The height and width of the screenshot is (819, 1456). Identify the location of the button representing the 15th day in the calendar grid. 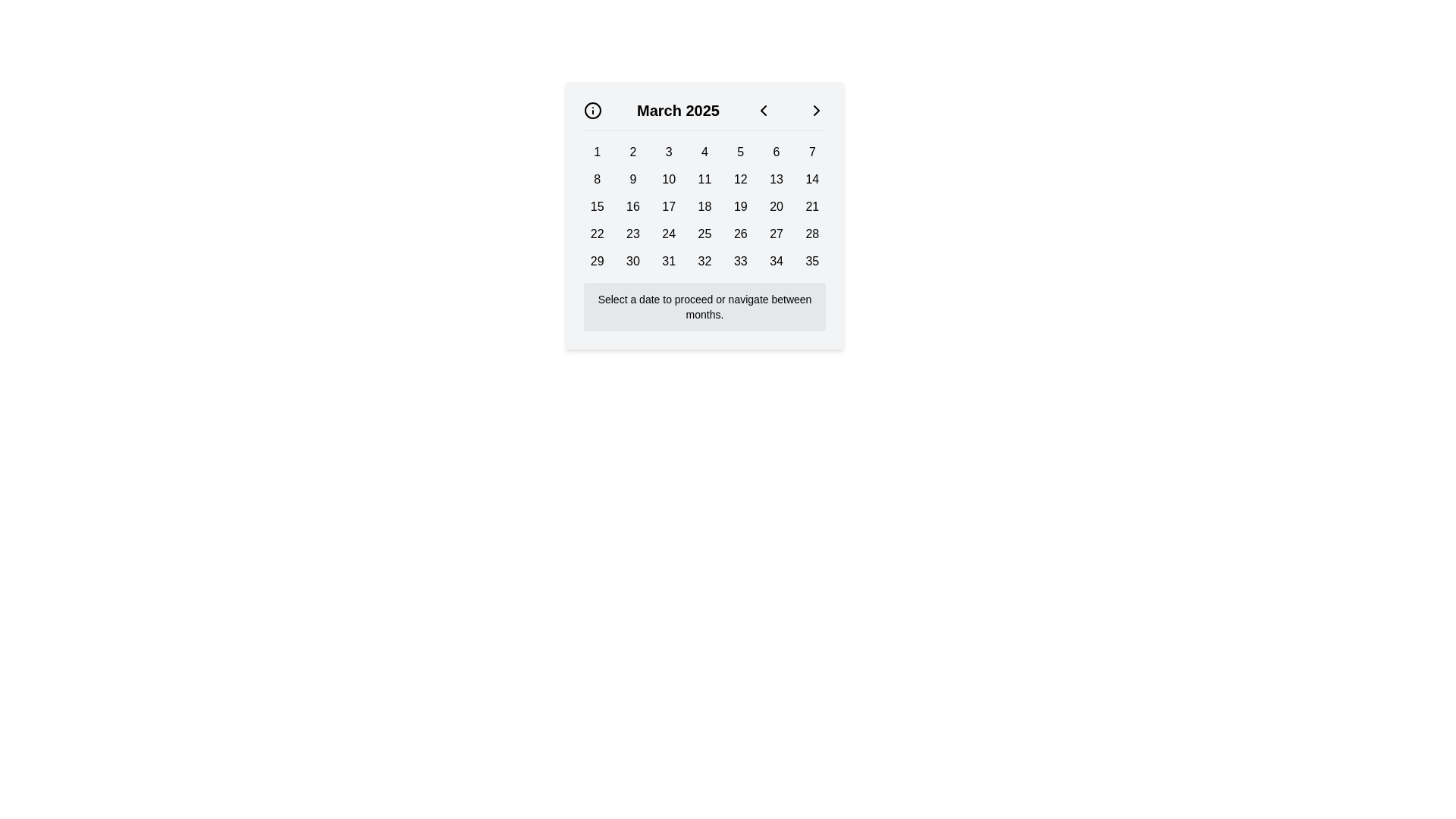
(596, 207).